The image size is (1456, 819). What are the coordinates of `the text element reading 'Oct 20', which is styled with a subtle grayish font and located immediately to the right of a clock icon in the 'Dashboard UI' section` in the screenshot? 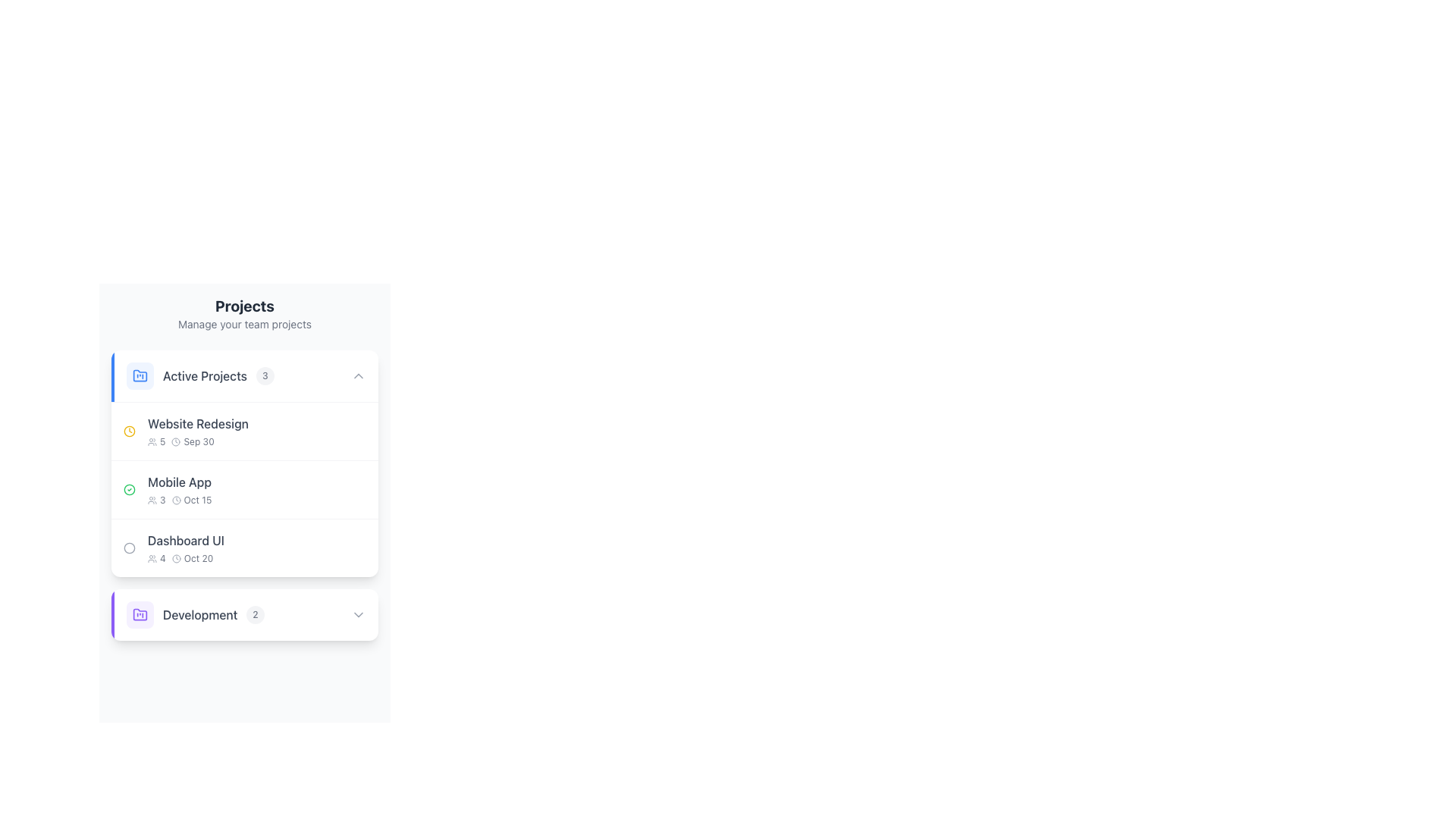 It's located at (185, 558).